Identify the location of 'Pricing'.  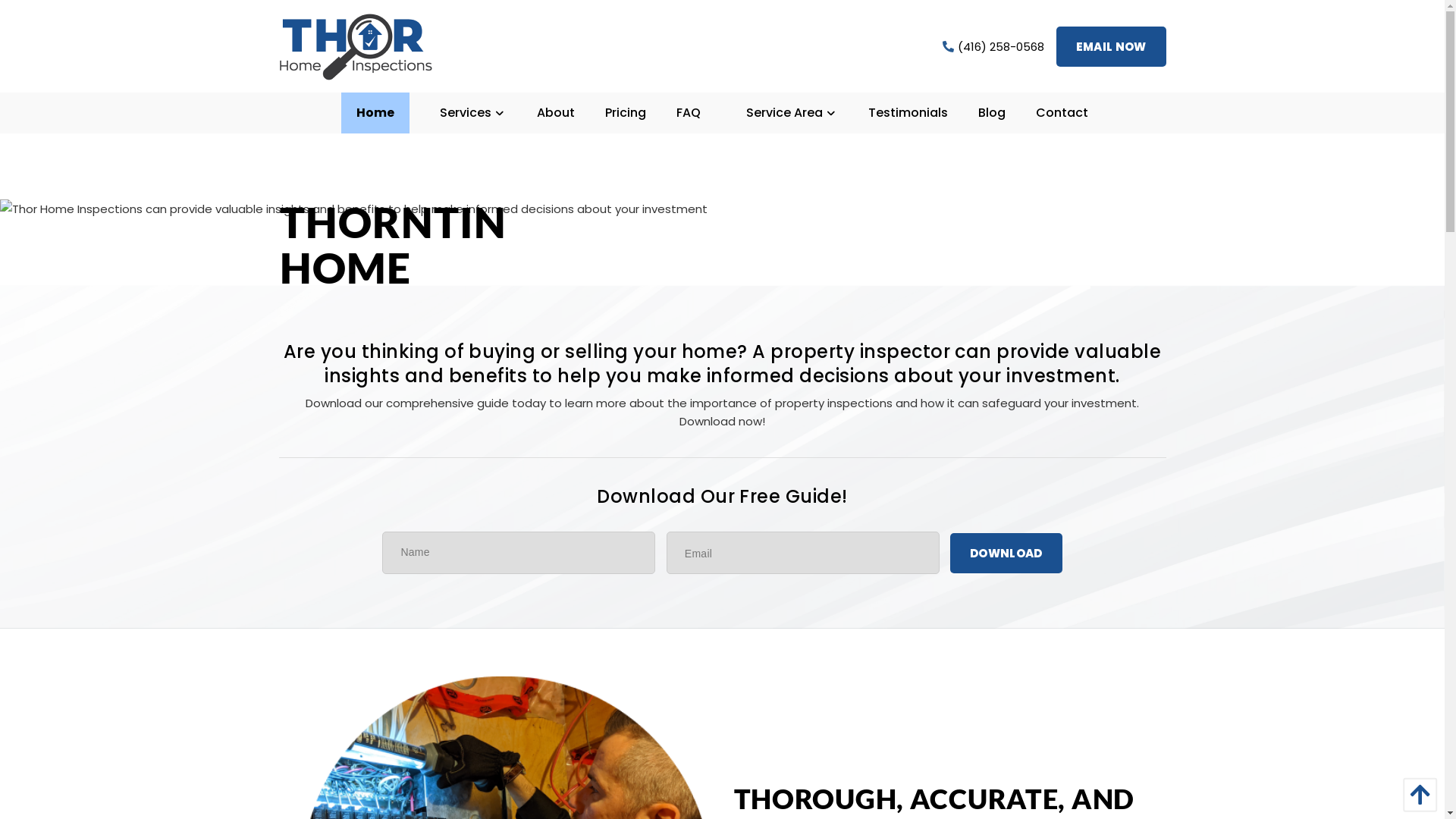
(626, 112).